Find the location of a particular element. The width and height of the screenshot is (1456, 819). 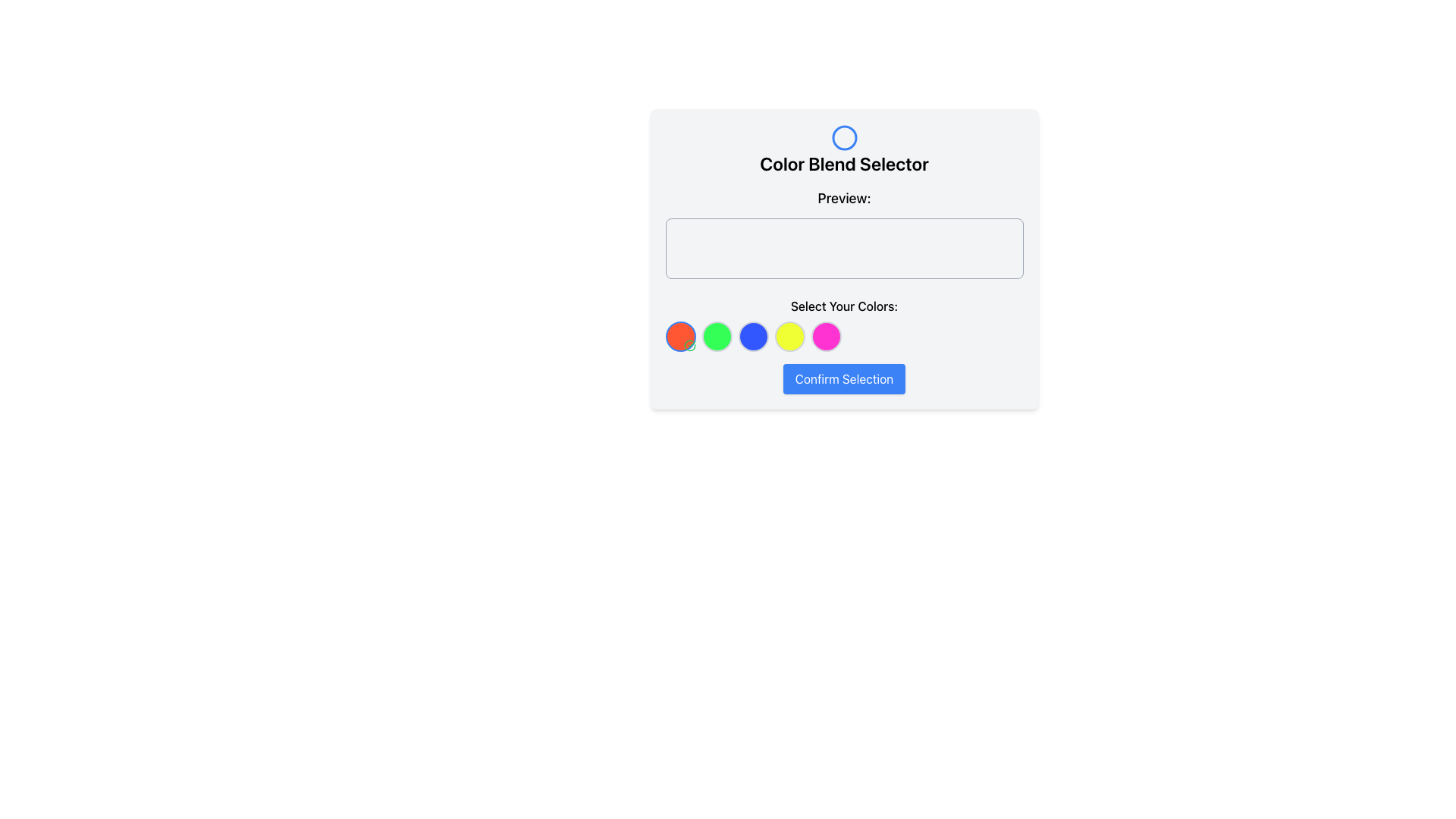

the prominently displayed header text reading 'Color Blend Selector', which is styled in a large, bold font and centered at the top of the form-like interface is located at coordinates (843, 164).